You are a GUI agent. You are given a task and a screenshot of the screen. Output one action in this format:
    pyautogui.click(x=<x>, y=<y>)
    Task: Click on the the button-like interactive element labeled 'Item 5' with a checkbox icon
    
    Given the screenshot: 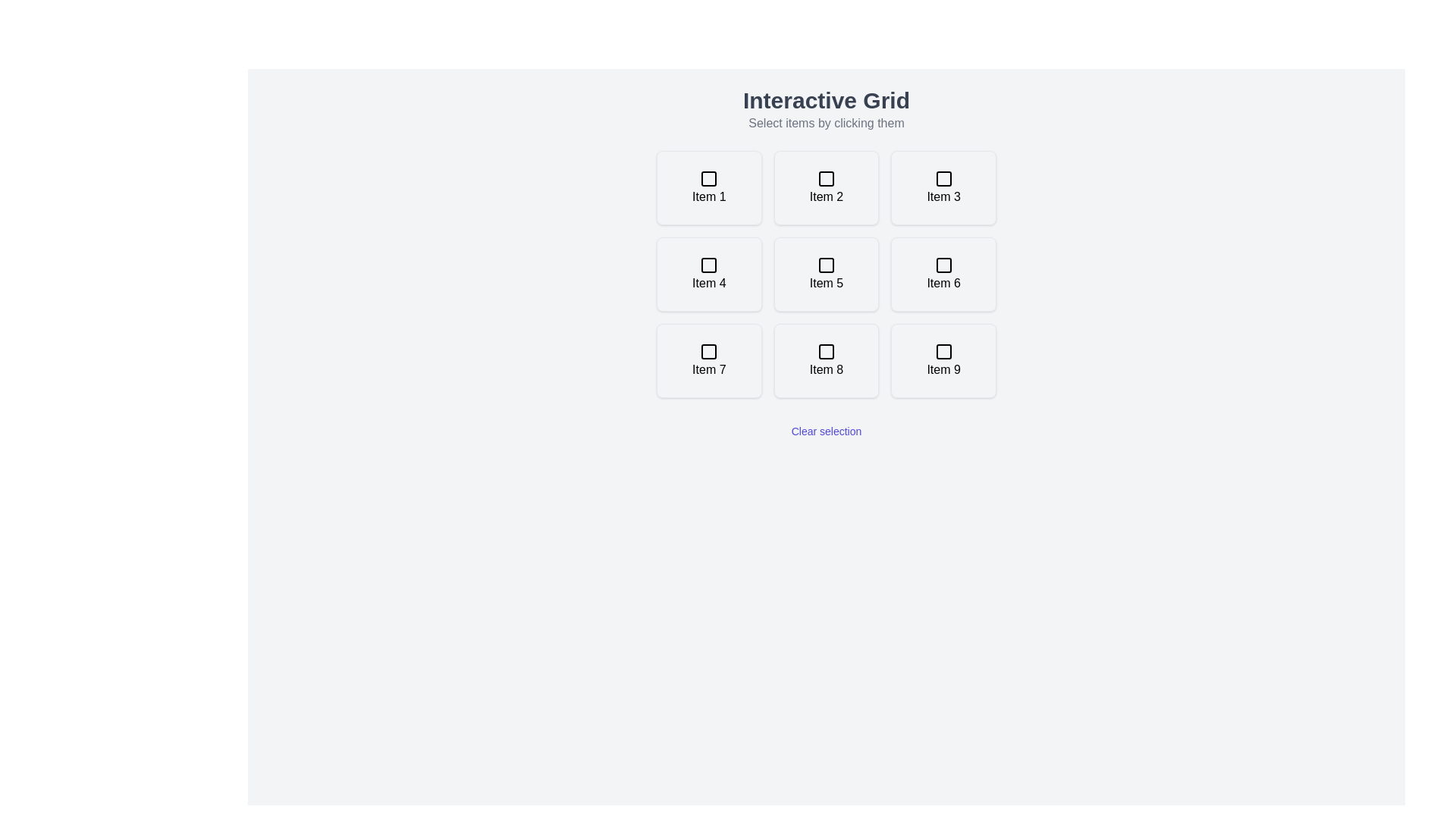 What is the action you would take?
    pyautogui.click(x=825, y=275)
    